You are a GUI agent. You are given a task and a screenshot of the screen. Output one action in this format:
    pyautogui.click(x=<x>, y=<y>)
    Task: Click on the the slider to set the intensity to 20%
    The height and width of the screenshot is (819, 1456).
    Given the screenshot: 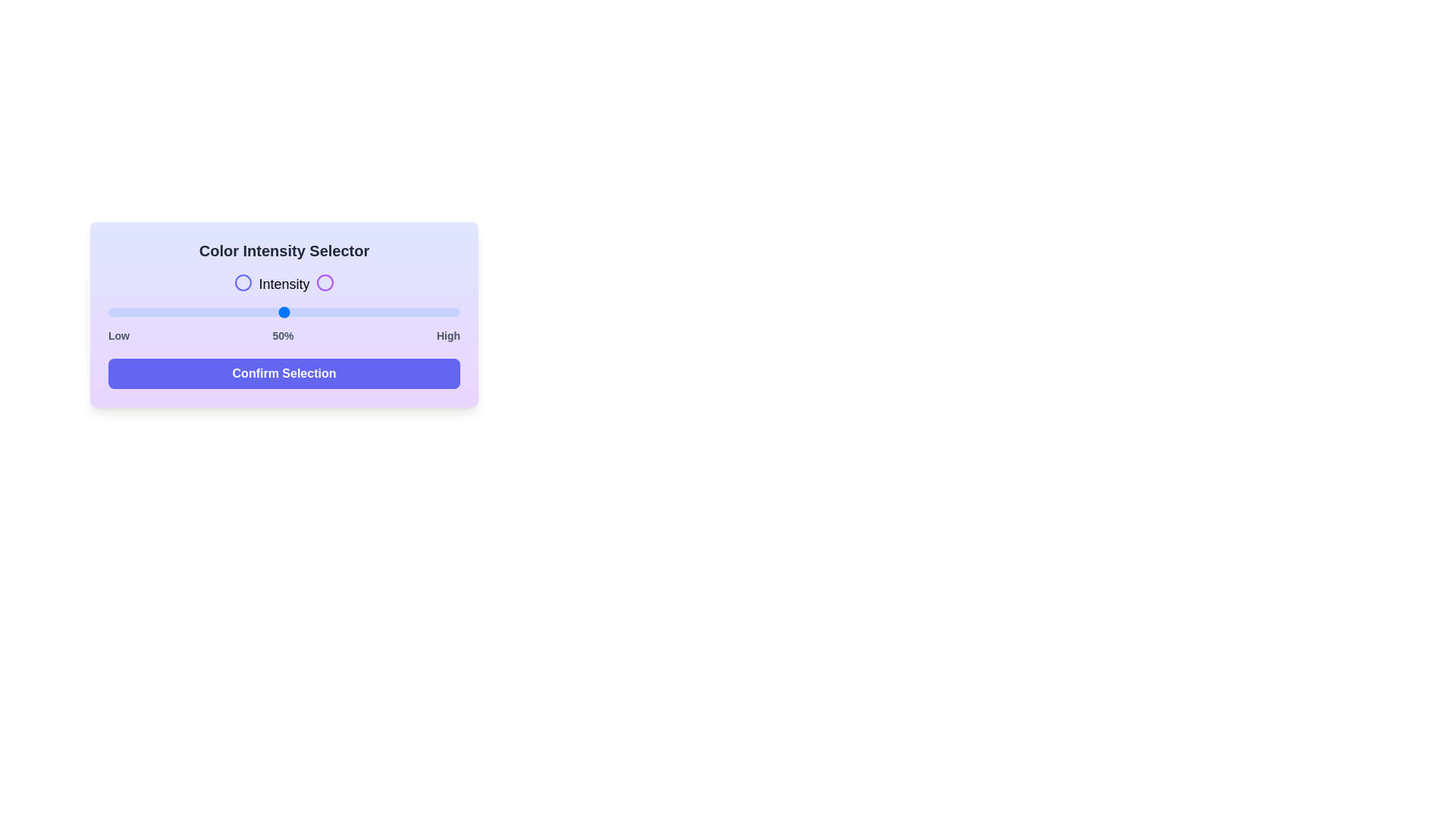 What is the action you would take?
    pyautogui.click(x=178, y=312)
    